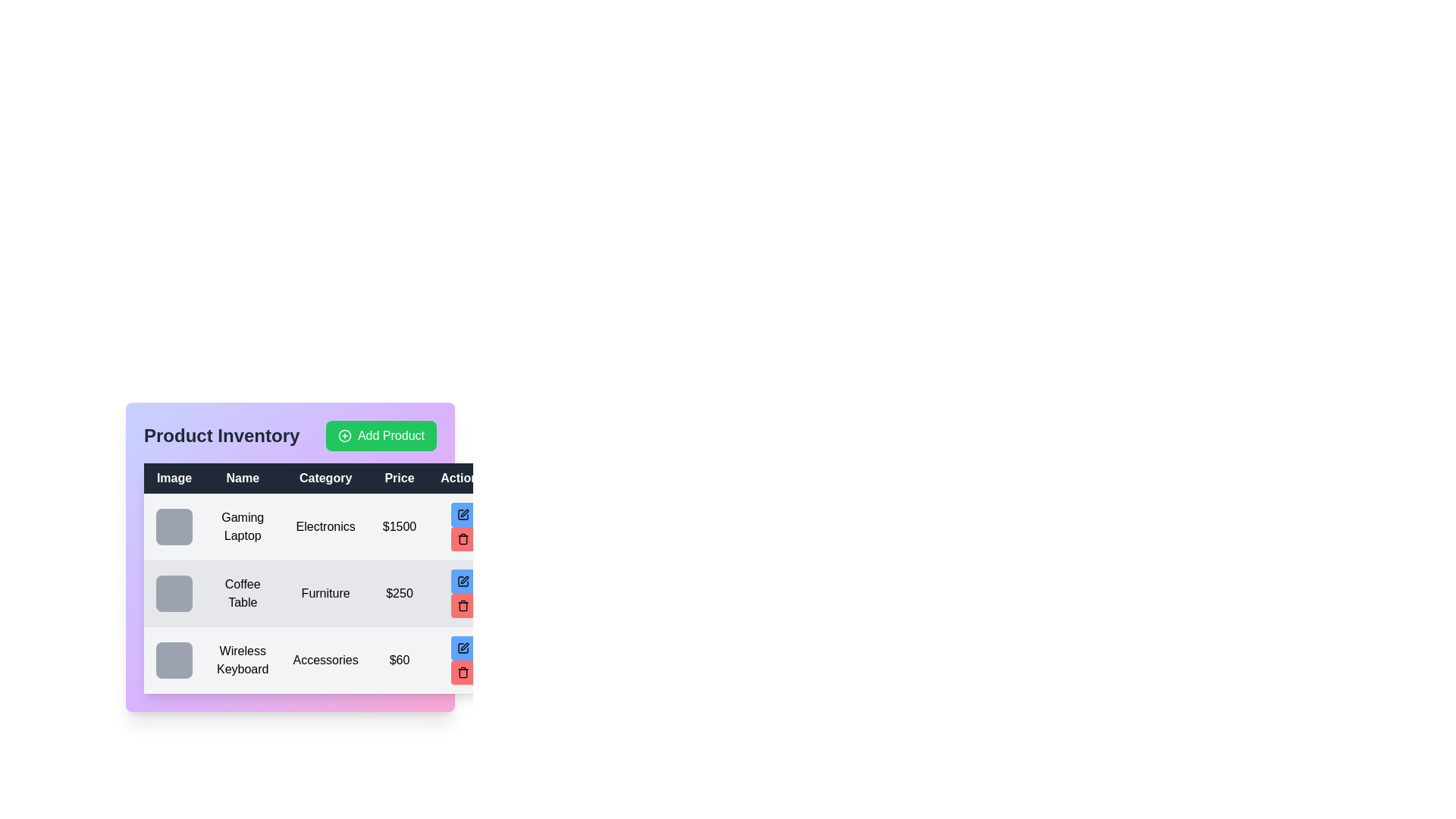 This screenshot has height=819, width=1456. What do you see at coordinates (462, 606) in the screenshot?
I see `the trash bin icon associated with the 'Coffee Table' in the last column under the Actions header` at bounding box center [462, 606].